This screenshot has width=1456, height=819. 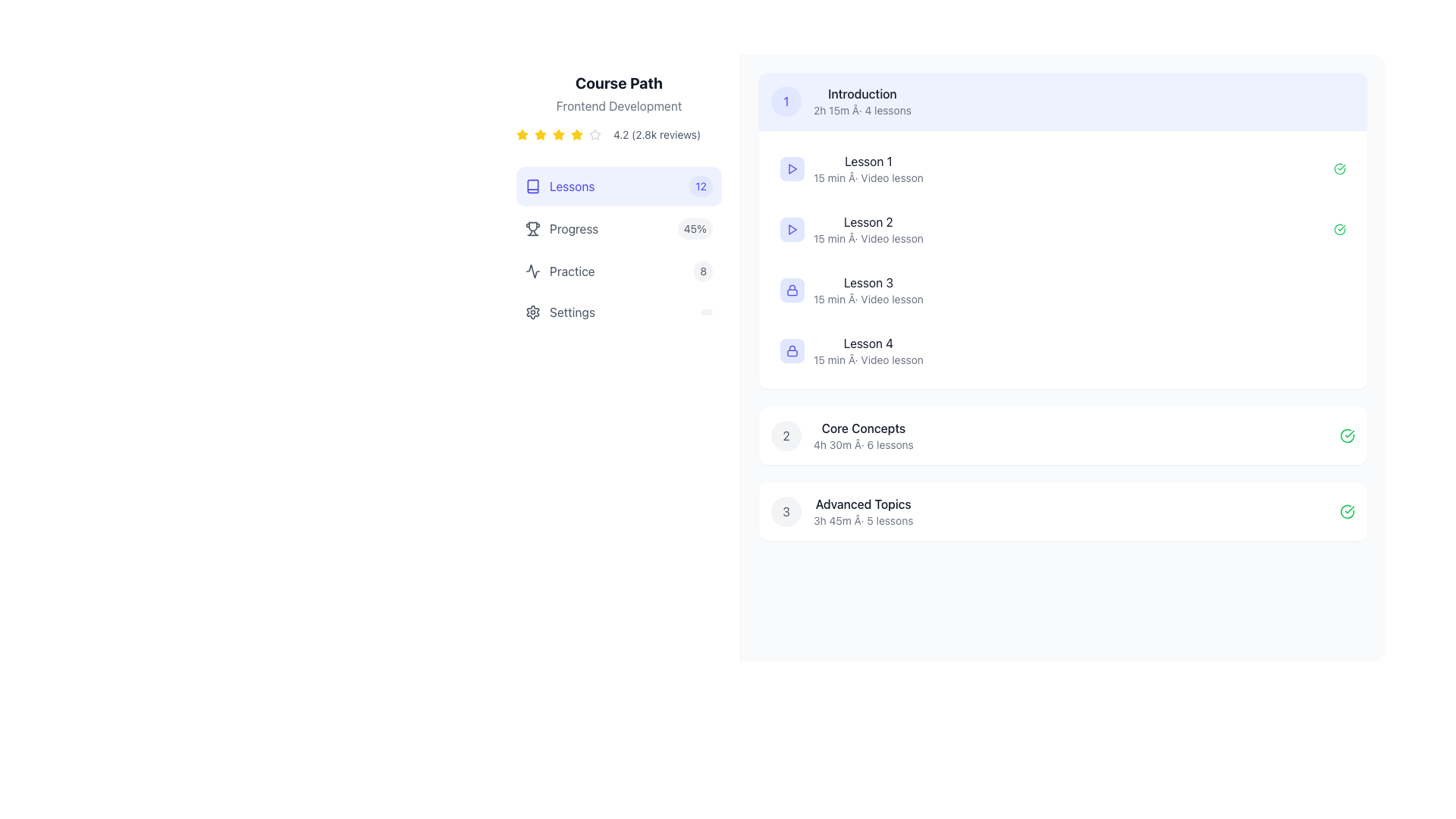 What do you see at coordinates (559, 271) in the screenshot?
I see `the 'Practice' navigation link` at bounding box center [559, 271].